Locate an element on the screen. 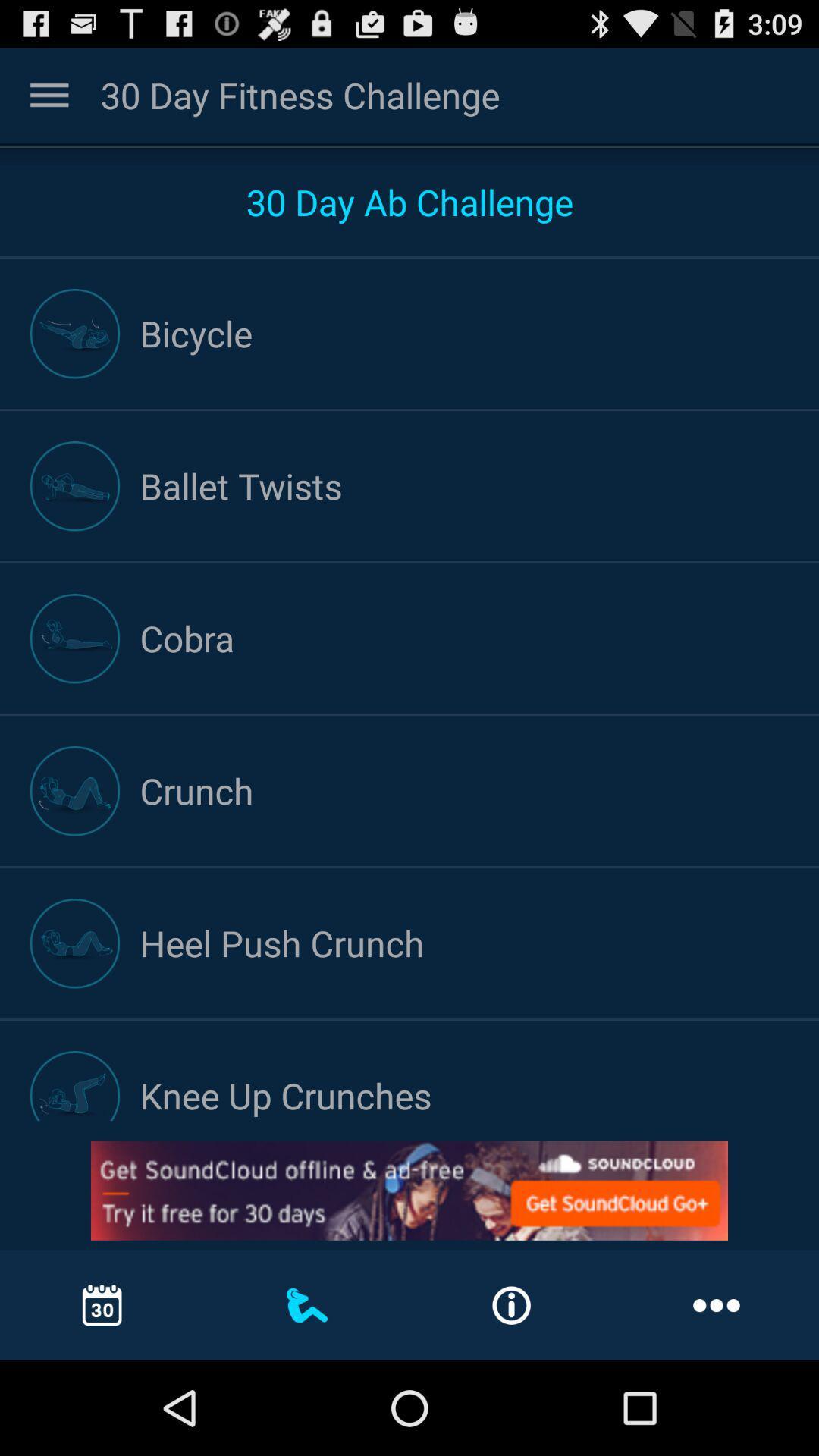  the icon which is before crunch is located at coordinates (75, 790).